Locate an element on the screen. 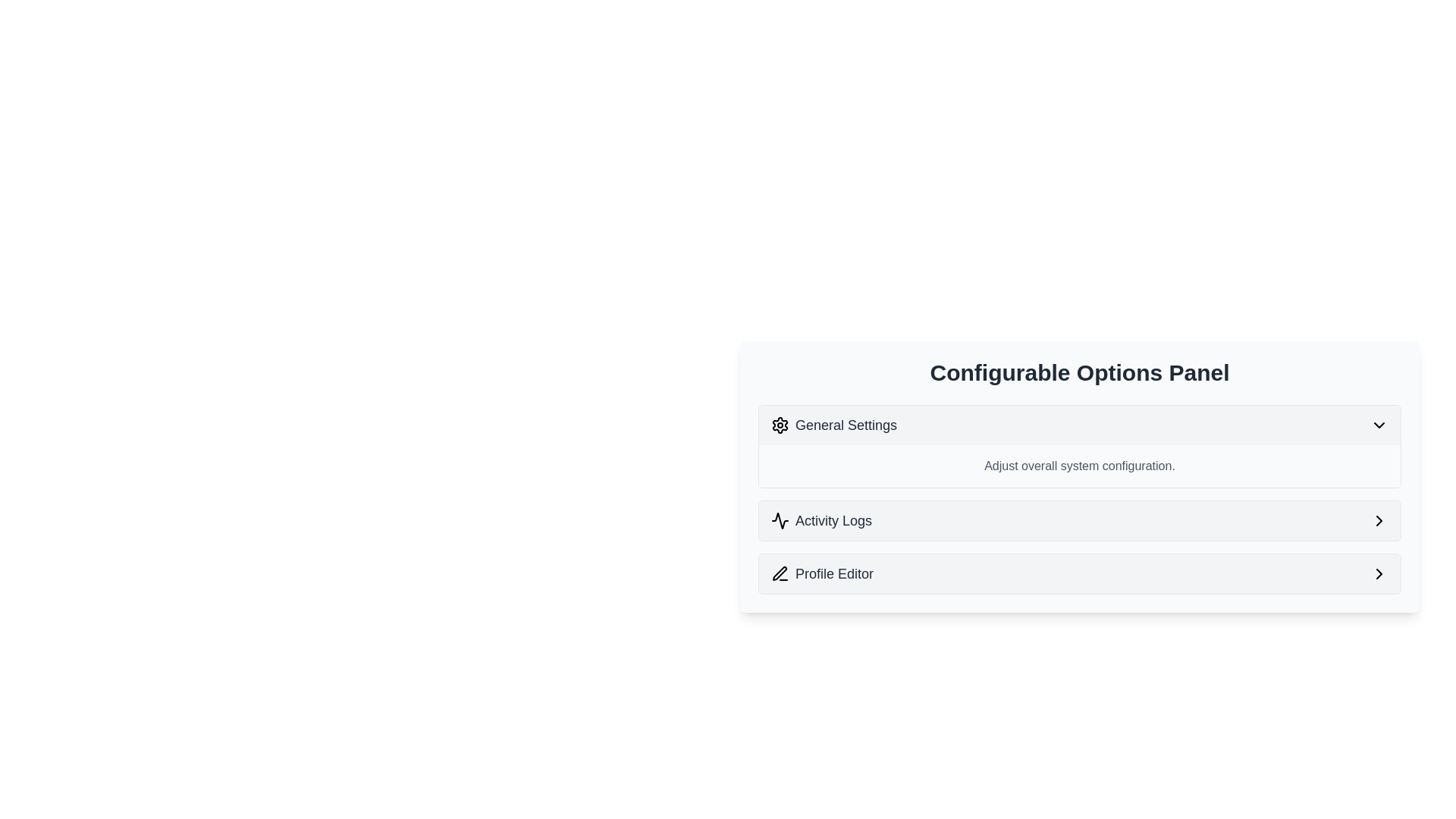 The image size is (1456, 819). the chevron icon next to the 'General Settings' button is located at coordinates (1379, 425).